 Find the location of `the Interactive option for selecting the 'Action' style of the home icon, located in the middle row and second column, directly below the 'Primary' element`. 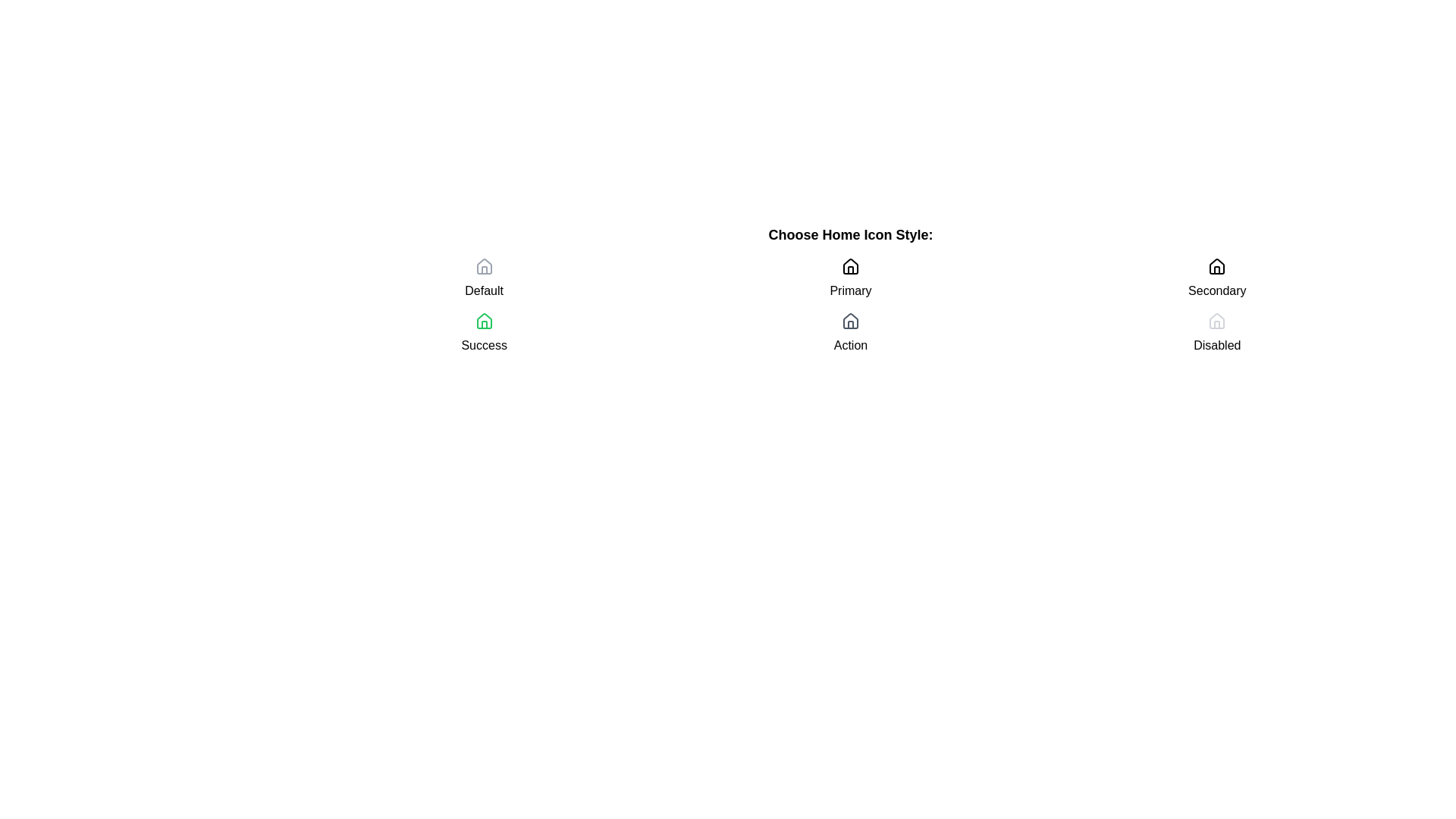

the Interactive option for selecting the 'Action' style of the home icon, located in the middle row and second column, directly below the 'Primary' element is located at coordinates (851, 332).